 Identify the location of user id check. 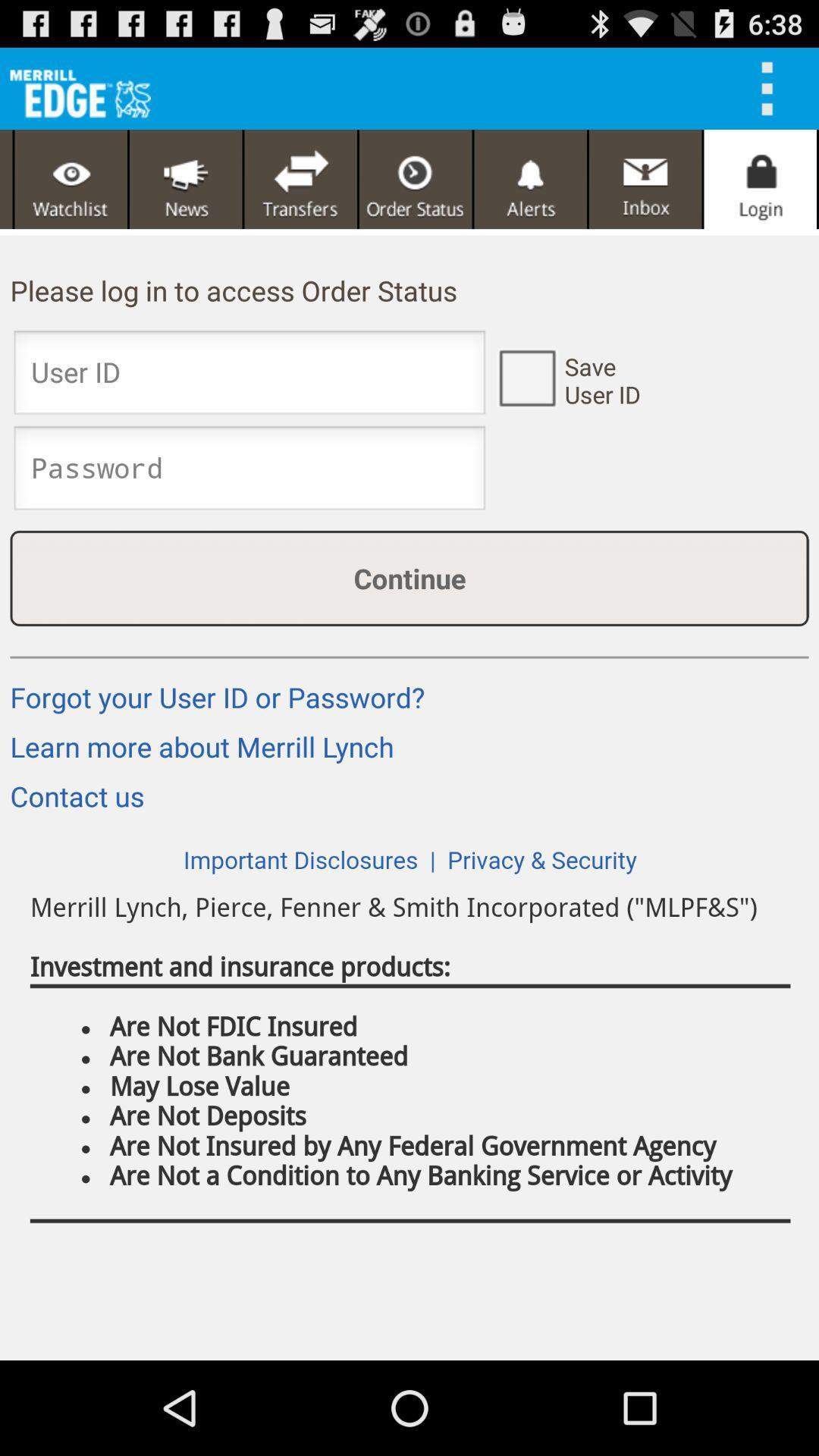
(526, 377).